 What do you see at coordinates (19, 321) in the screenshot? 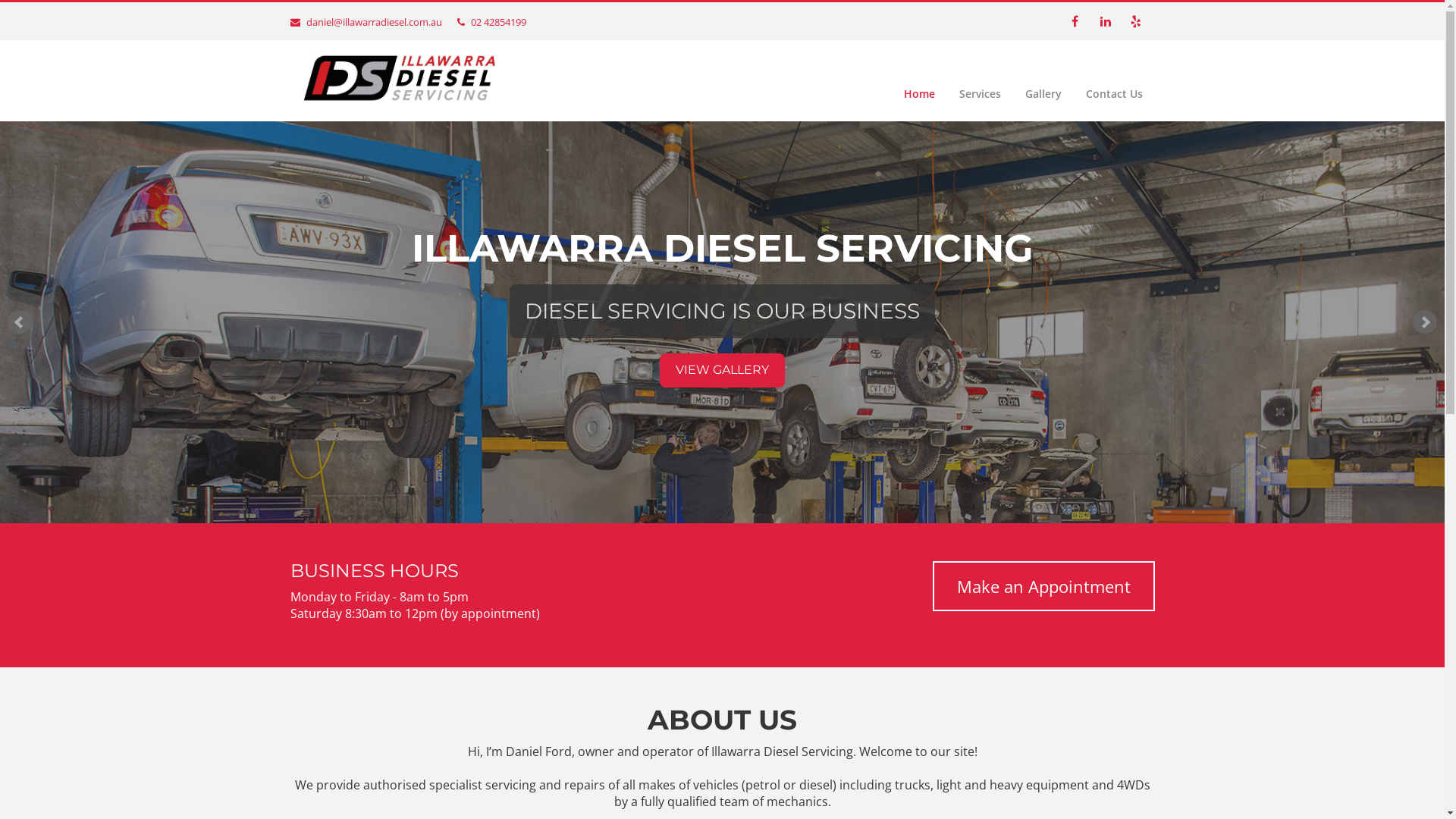
I see `'Prev'` at bounding box center [19, 321].